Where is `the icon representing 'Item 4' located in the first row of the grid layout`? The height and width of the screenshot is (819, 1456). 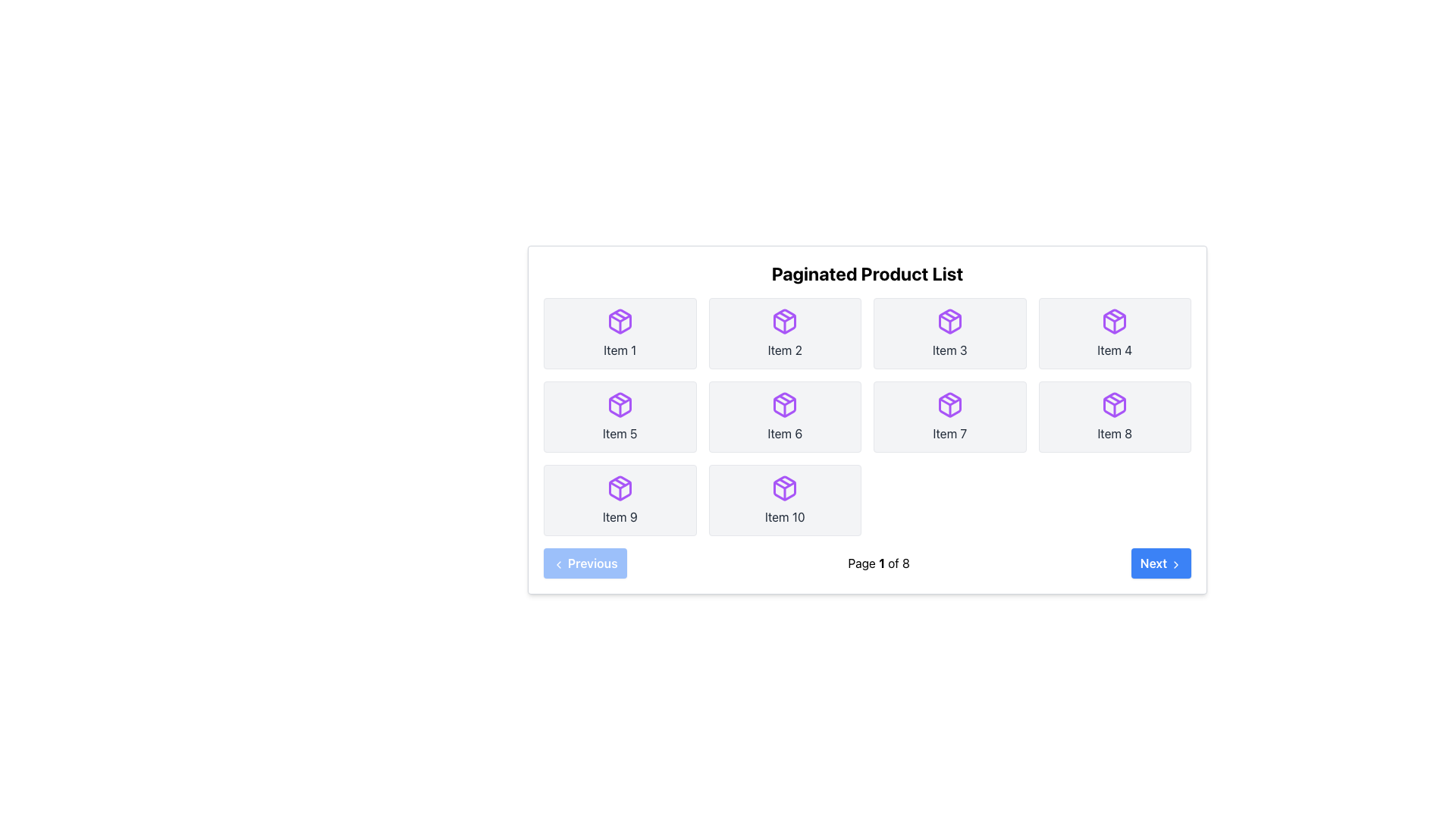 the icon representing 'Item 4' located in the first row of the grid layout is located at coordinates (1114, 321).